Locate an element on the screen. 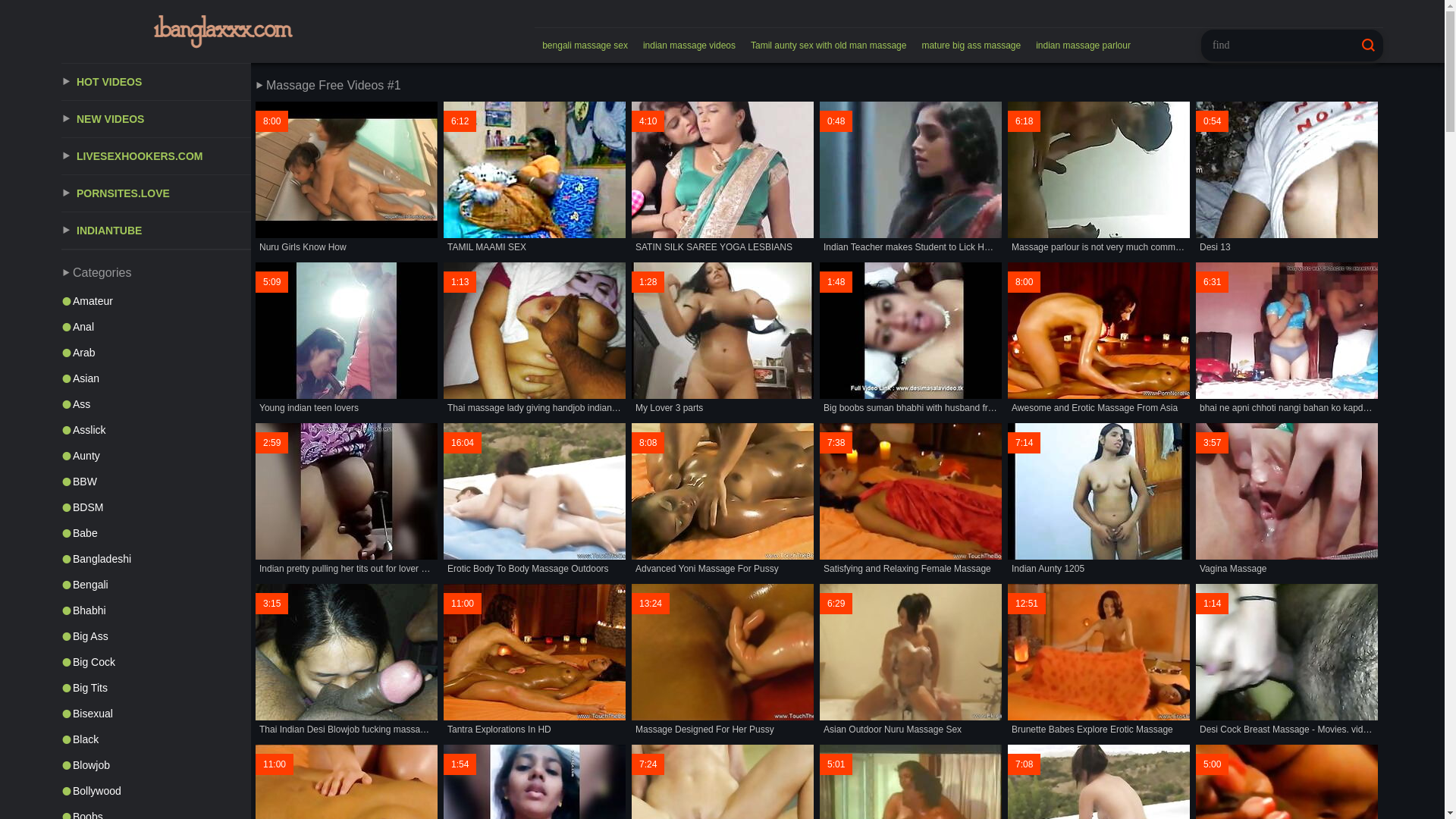 The width and height of the screenshot is (1456, 819). 'HOT VIDEOS' is located at coordinates (61, 82).